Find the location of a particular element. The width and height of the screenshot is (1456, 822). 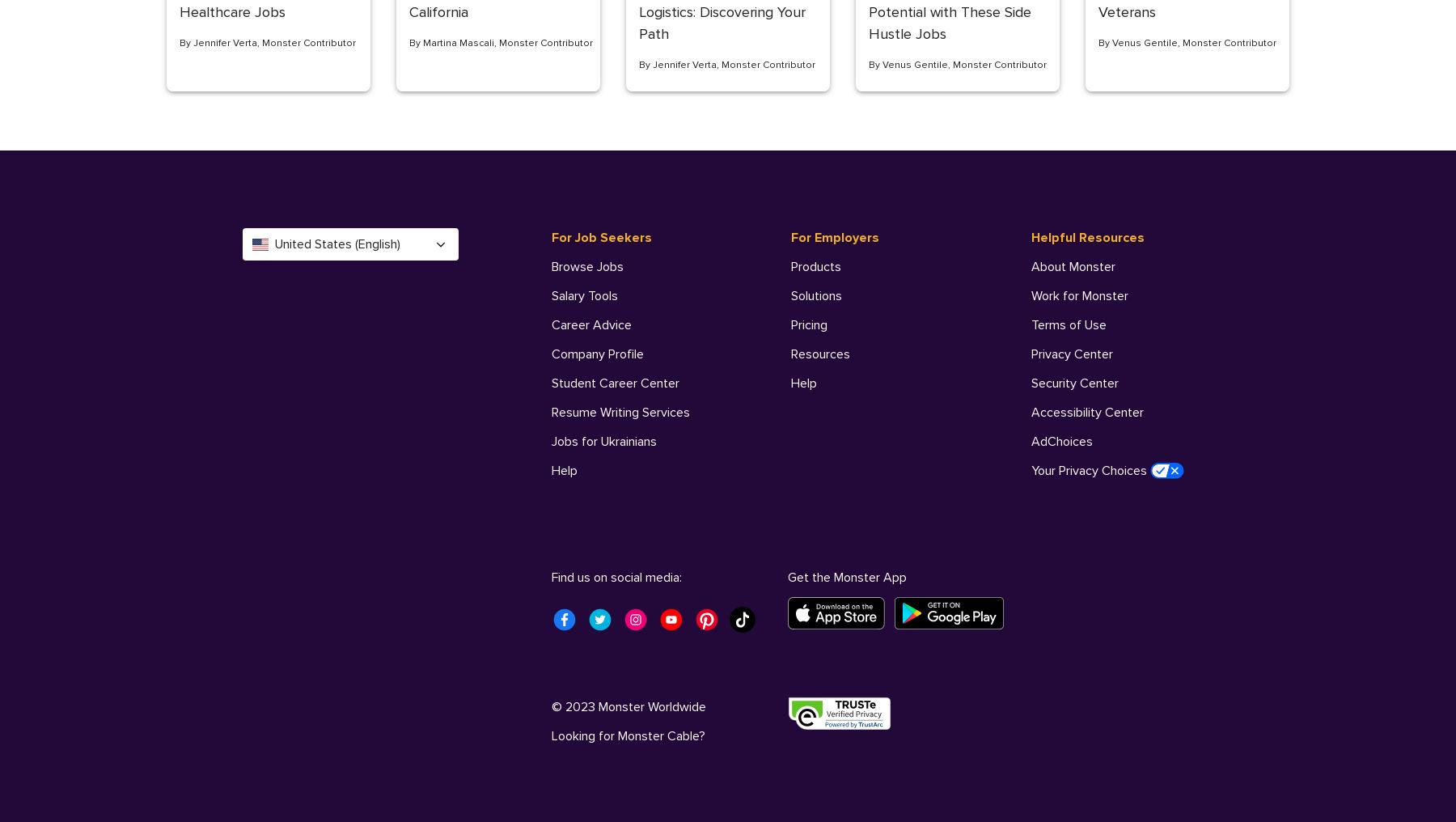

'Your Privacy Choices' is located at coordinates (1089, 470).